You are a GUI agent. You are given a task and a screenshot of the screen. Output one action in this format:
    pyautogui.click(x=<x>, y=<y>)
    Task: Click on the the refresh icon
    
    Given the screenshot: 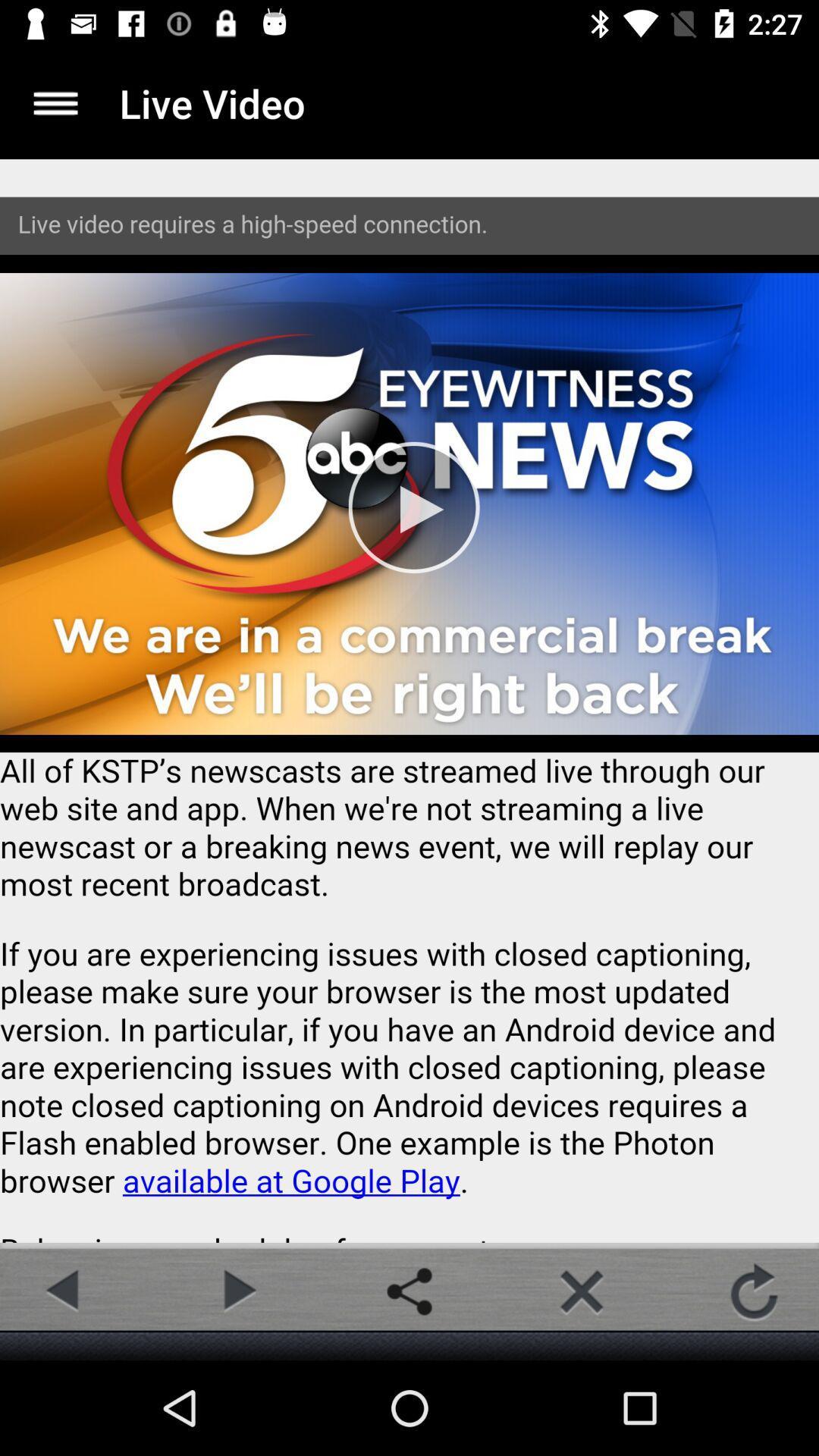 What is the action you would take?
    pyautogui.click(x=754, y=1291)
    